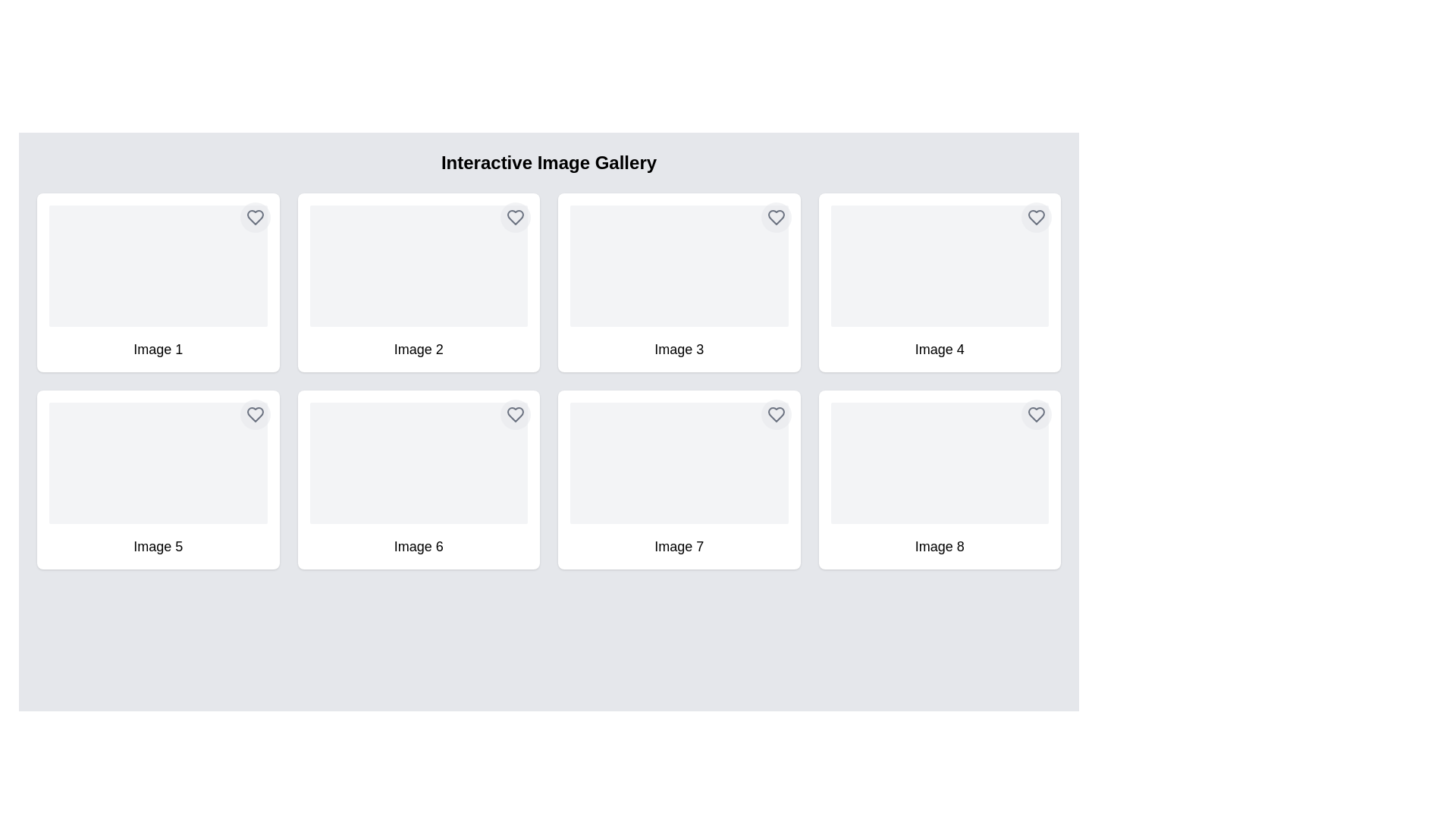  Describe the element at coordinates (776, 217) in the screenshot. I see `the circular Icon button with a heart-shaped icon located` at that location.